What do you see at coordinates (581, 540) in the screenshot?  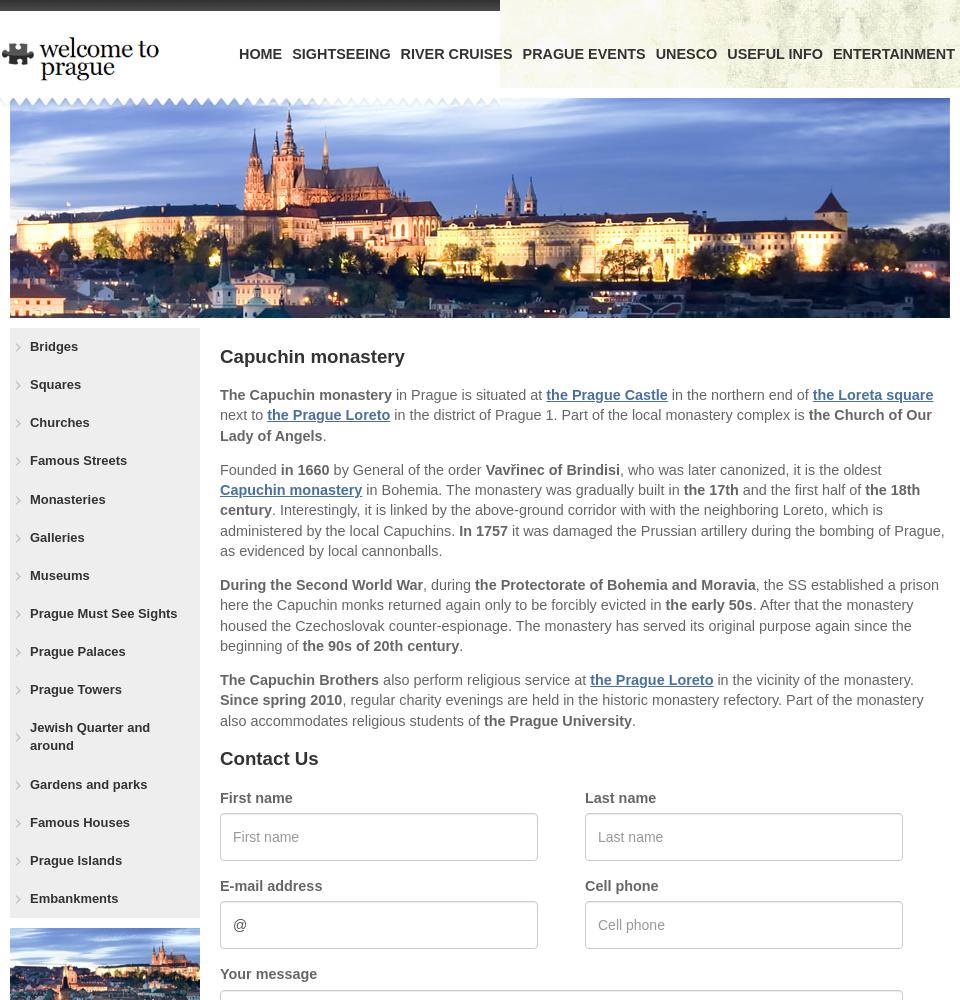 I see `'it was damaged the Prussian artillery during the bombing of Prague, as evidenced by local cannonballs.'` at bounding box center [581, 540].